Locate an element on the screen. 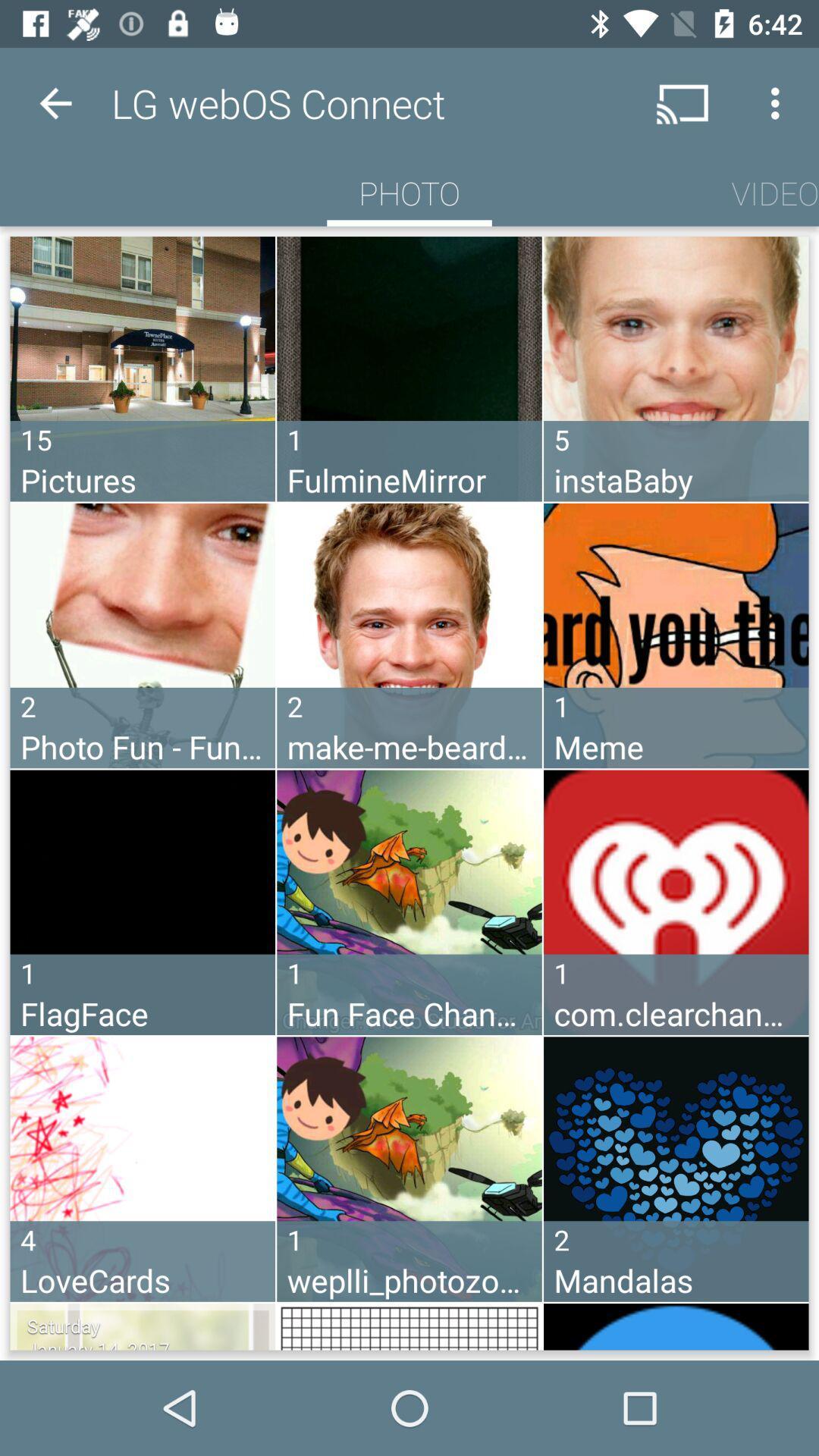 The height and width of the screenshot is (1456, 819). video icon is located at coordinates (775, 192).